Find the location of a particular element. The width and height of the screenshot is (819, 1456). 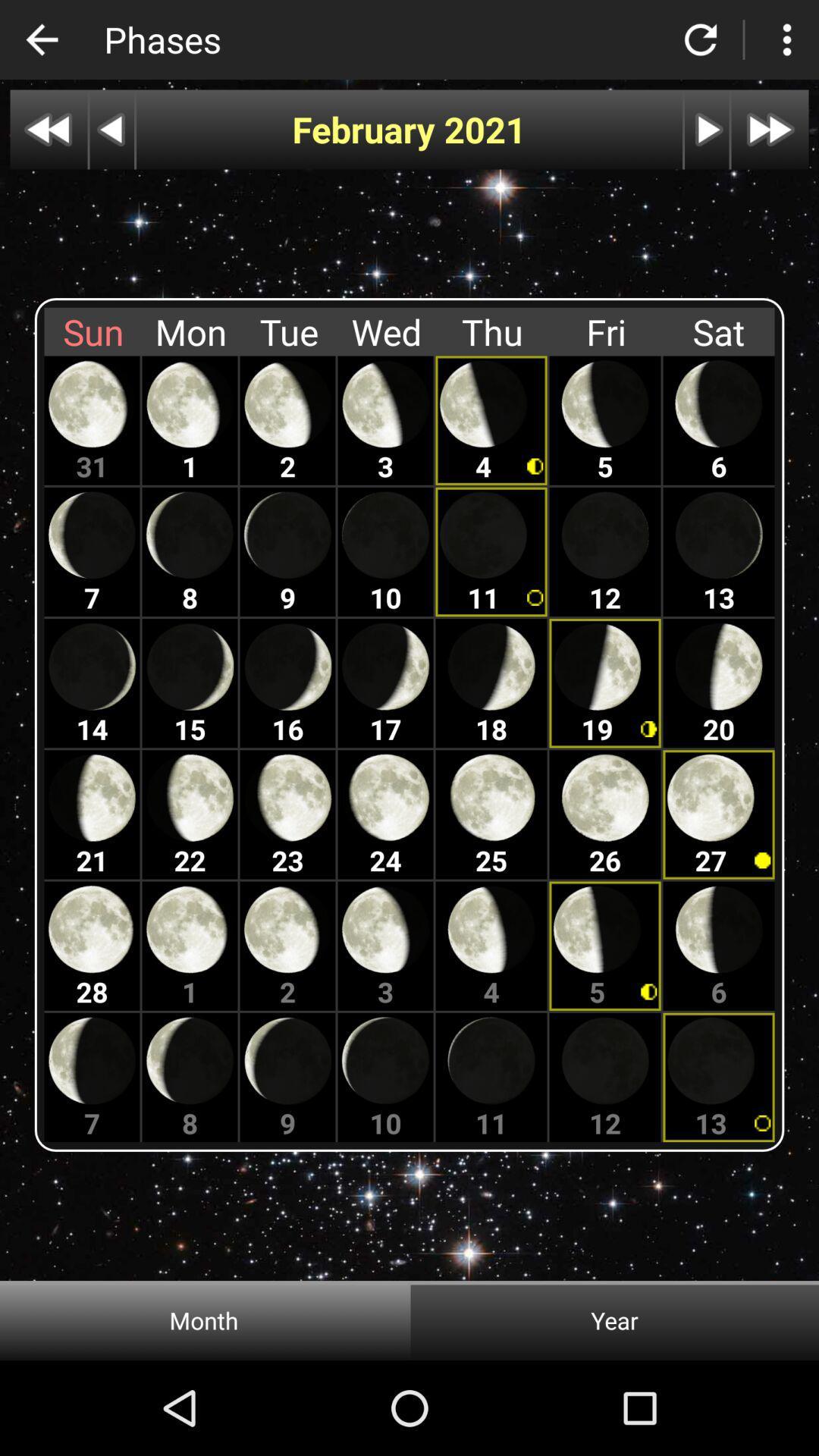

autoplay option is located at coordinates (707, 130).